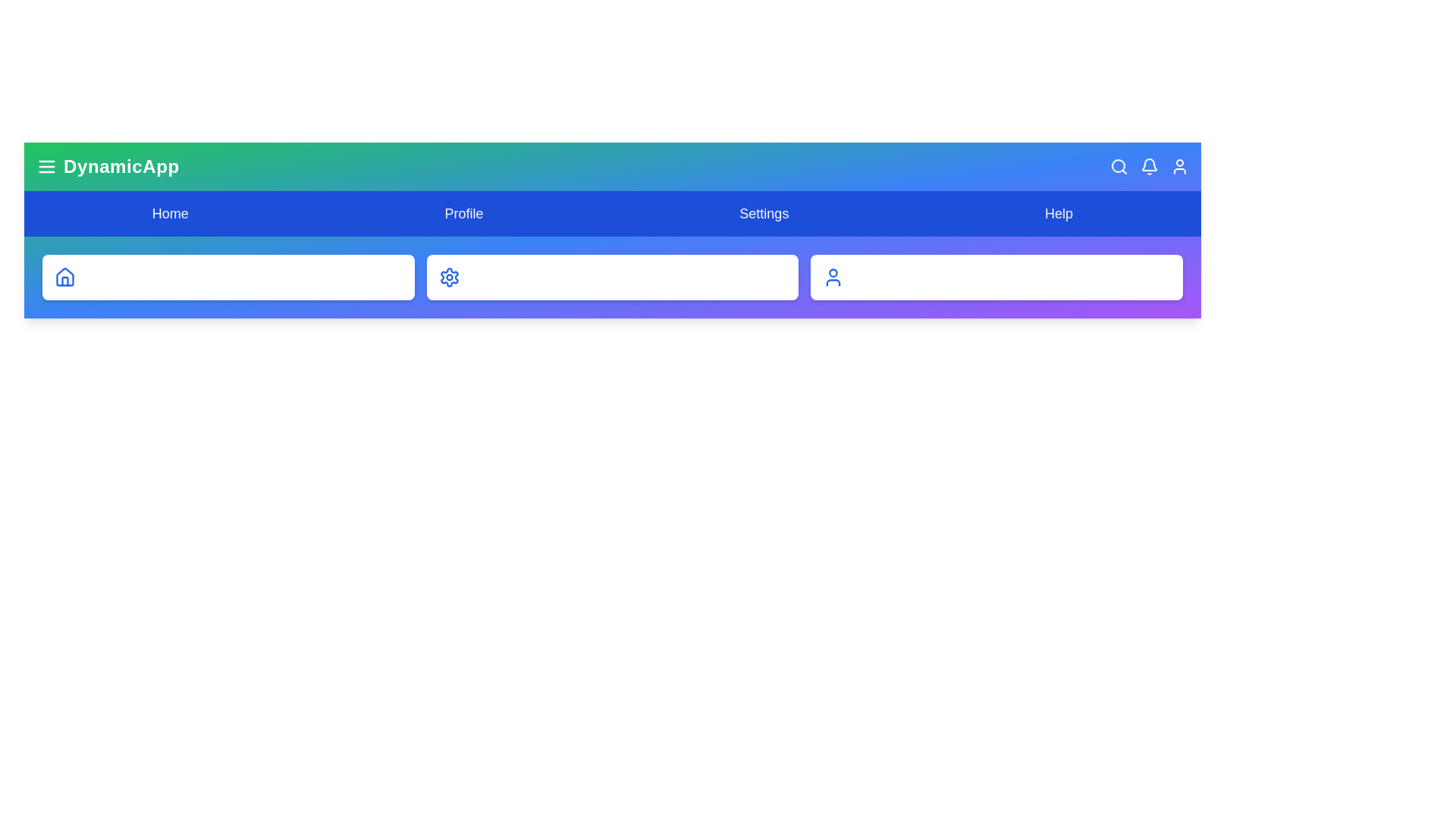 The width and height of the screenshot is (1456, 819). What do you see at coordinates (170, 213) in the screenshot?
I see `the Home navigation item to navigate to the corresponding section` at bounding box center [170, 213].